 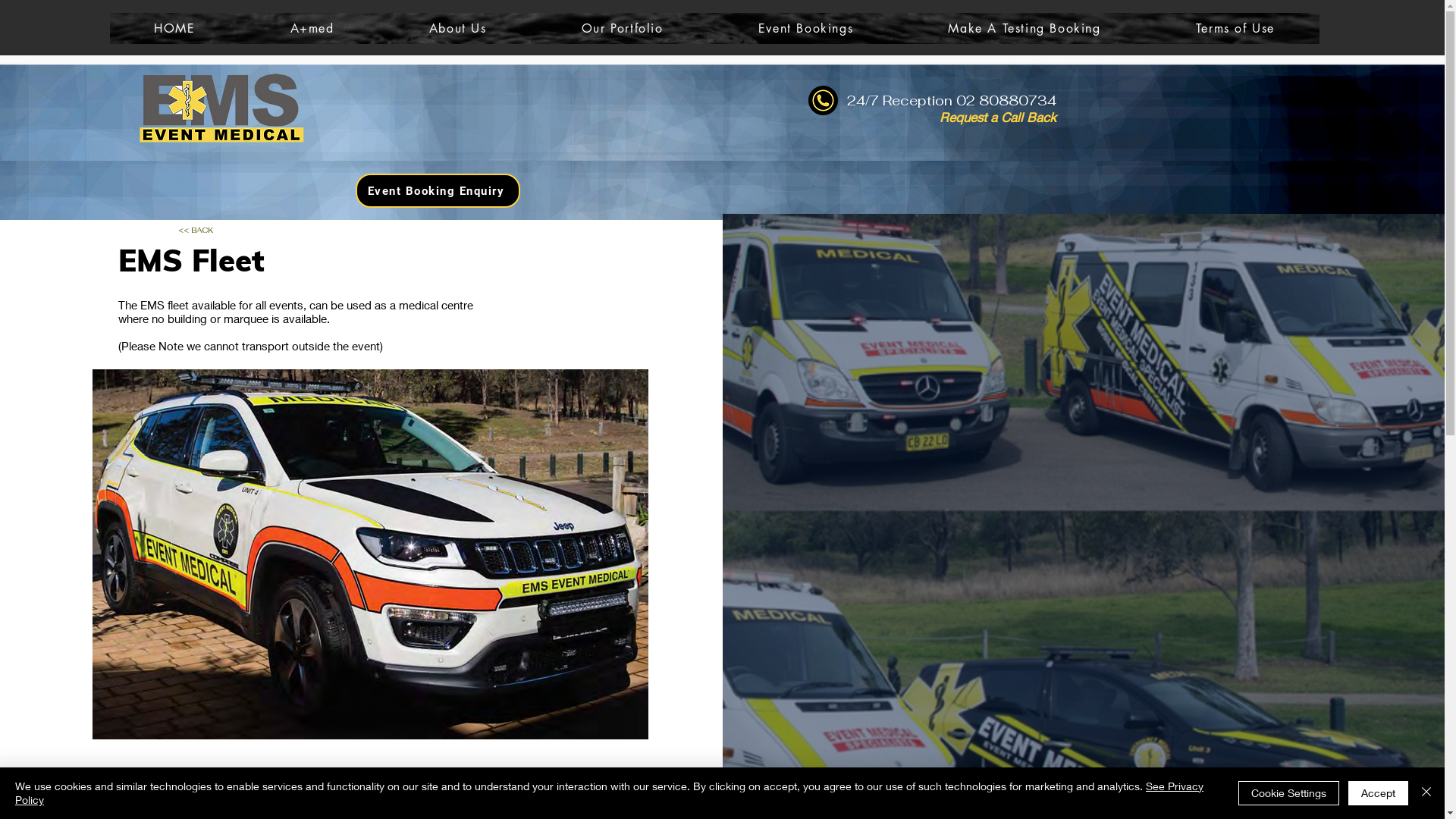 What do you see at coordinates (609, 792) in the screenshot?
I see `'See Privacy Policy'` at bounding box center [609, 792].